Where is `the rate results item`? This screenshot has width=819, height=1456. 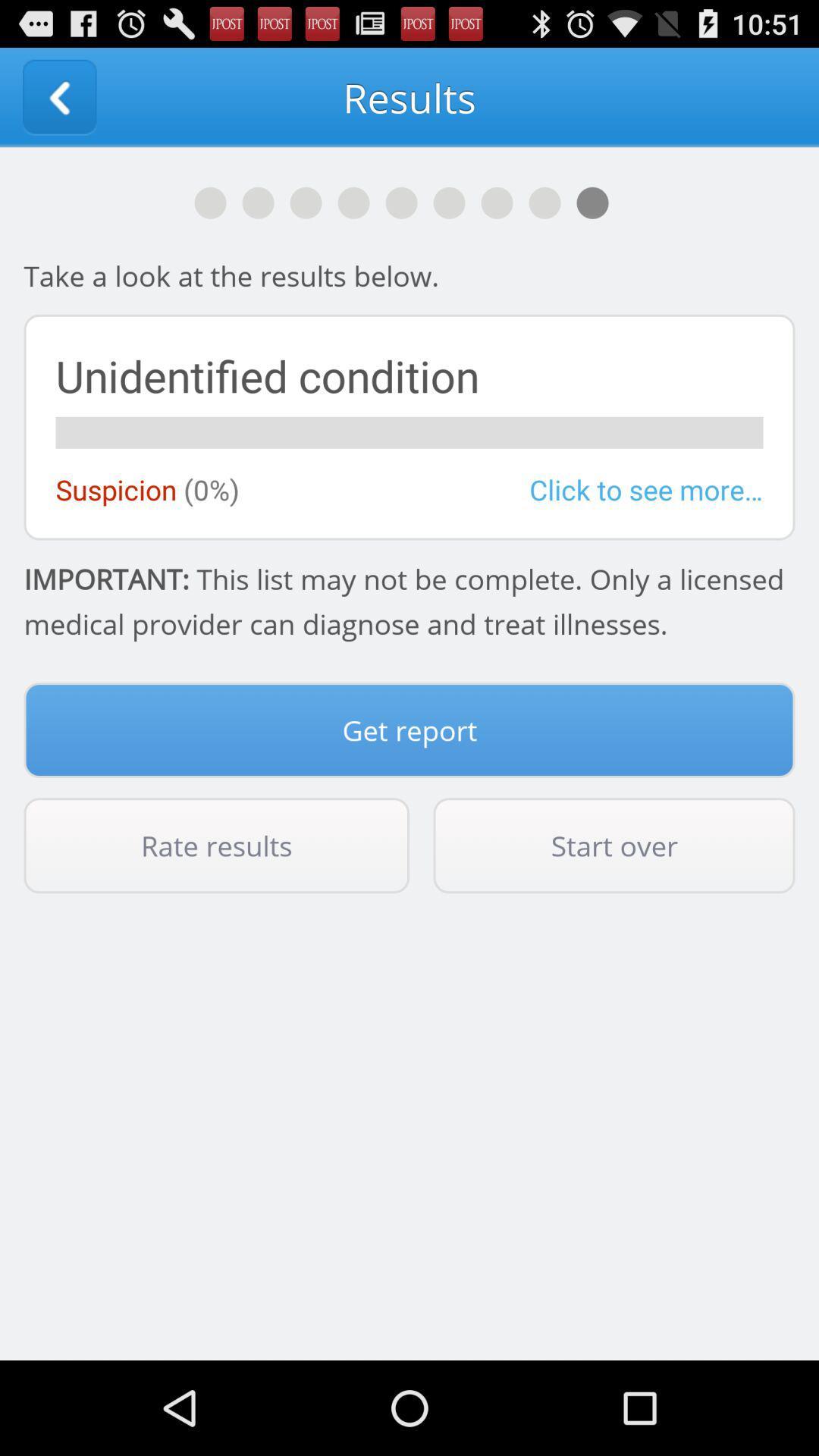
the rate results item is located at coordinates (216, 845).